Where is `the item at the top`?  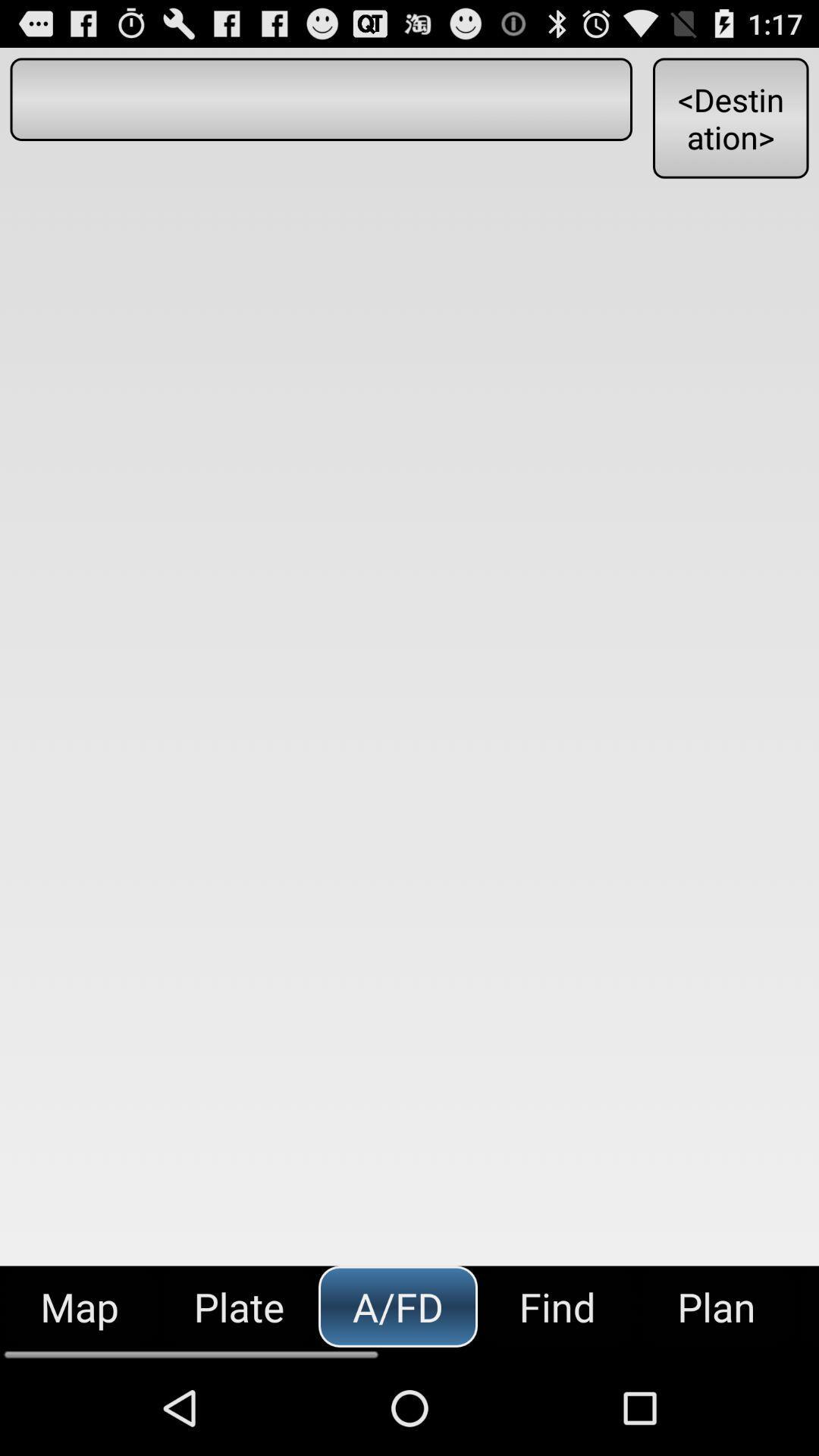 the item at the top is located at coordinates (320, 99).